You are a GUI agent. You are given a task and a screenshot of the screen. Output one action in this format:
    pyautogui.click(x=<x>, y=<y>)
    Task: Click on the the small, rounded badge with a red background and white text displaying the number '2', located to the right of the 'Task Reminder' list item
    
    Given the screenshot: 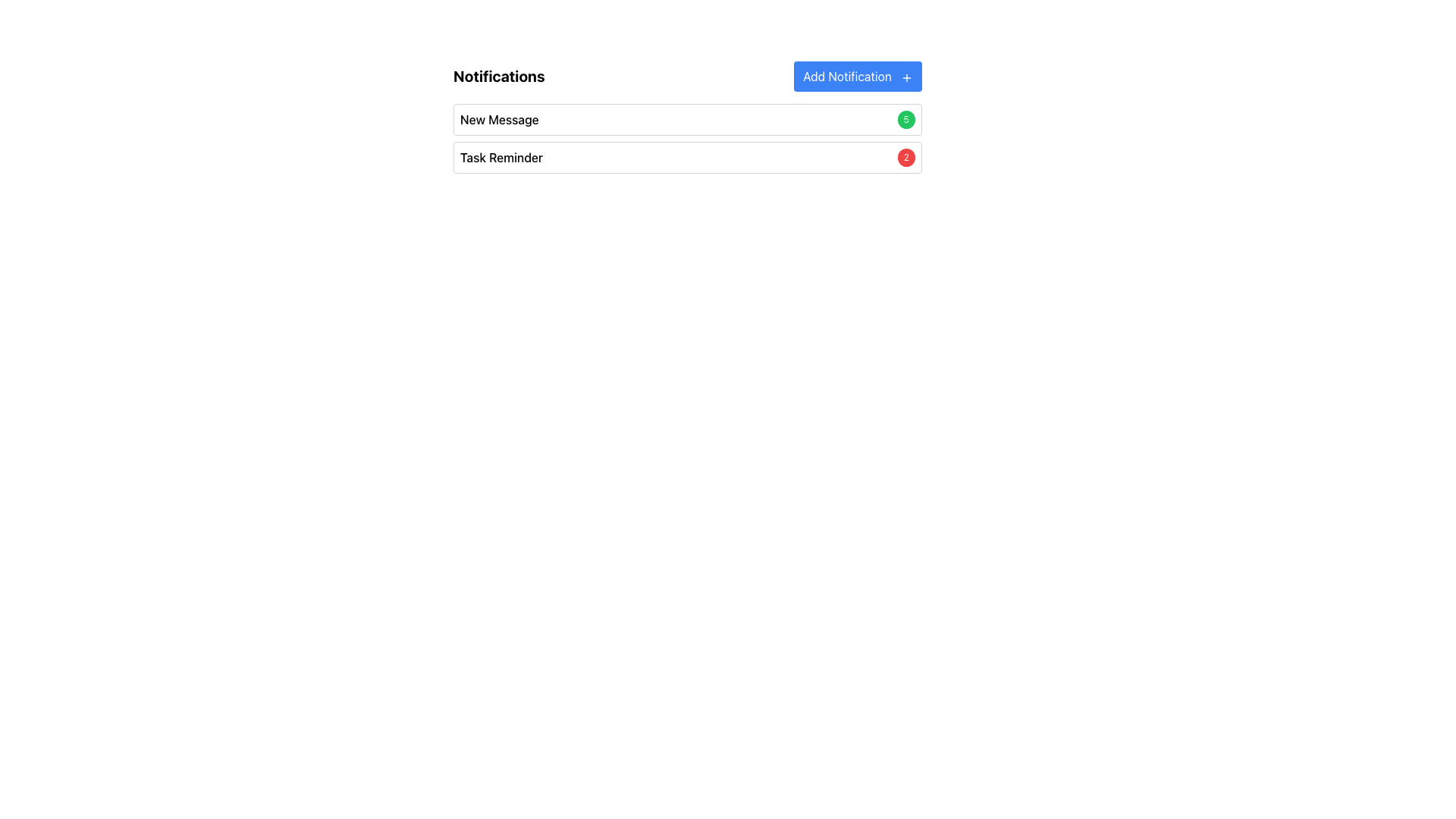 What is the action you would take?
    pyautogui.click(x=906, y=158)
    